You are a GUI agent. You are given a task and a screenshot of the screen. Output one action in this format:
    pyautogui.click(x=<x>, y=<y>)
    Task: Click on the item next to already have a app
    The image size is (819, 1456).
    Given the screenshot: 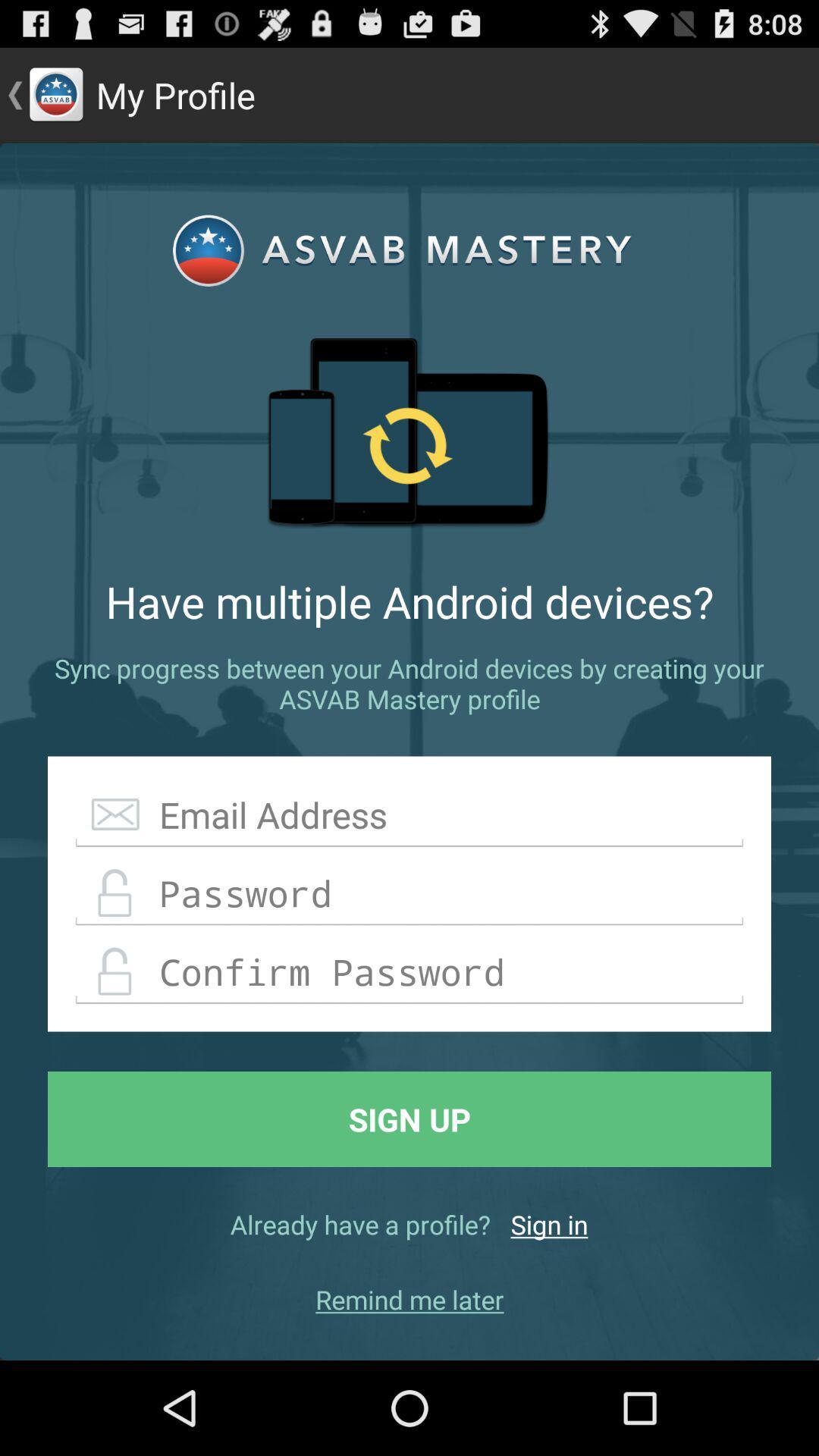 What is the action you would take?
    pyautogui.click(x=549, y=1224)
    